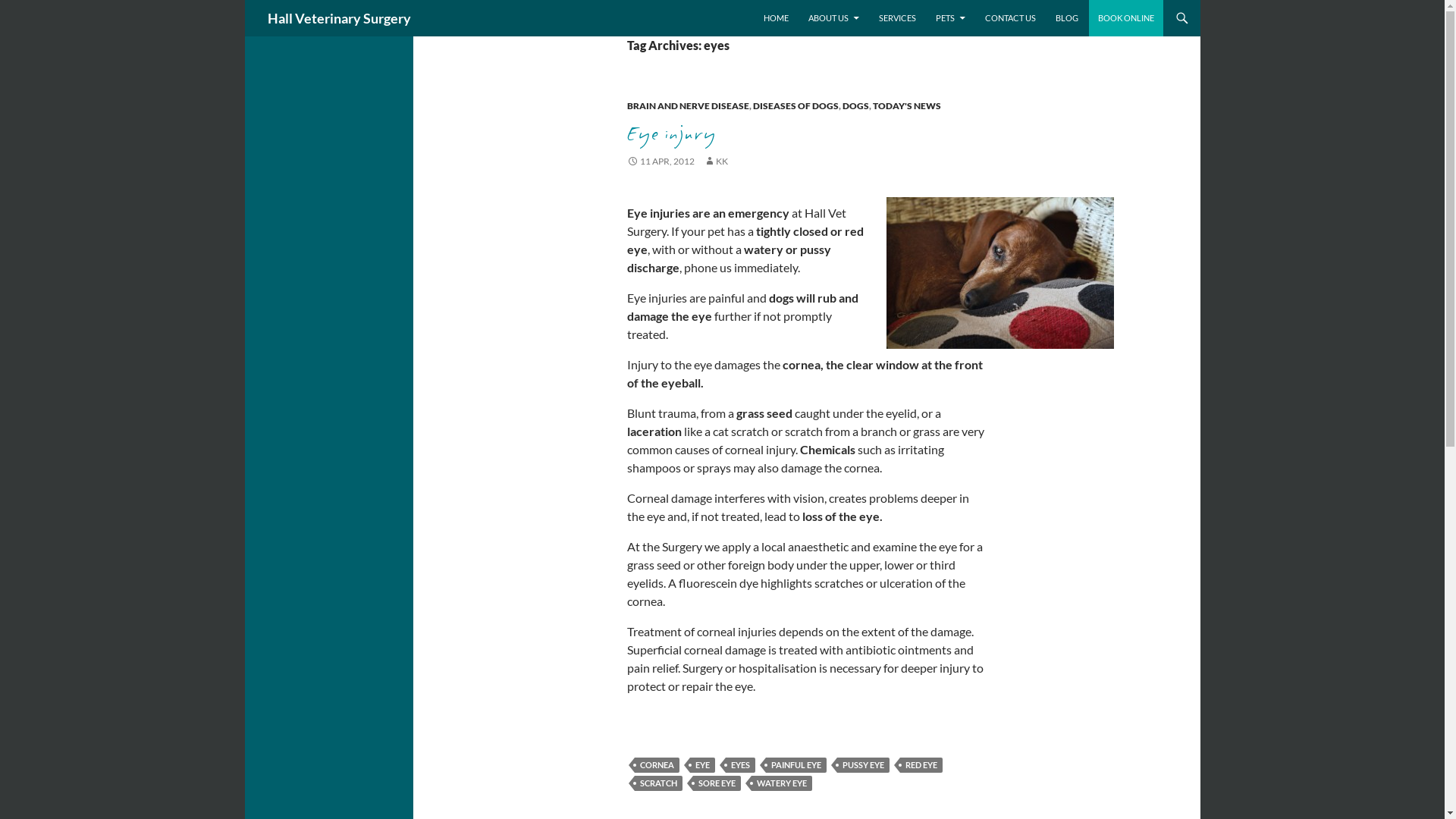 The height and width of the screenshot is (819, 1456). I want to click on 'SERVICES', so click(896, 17).